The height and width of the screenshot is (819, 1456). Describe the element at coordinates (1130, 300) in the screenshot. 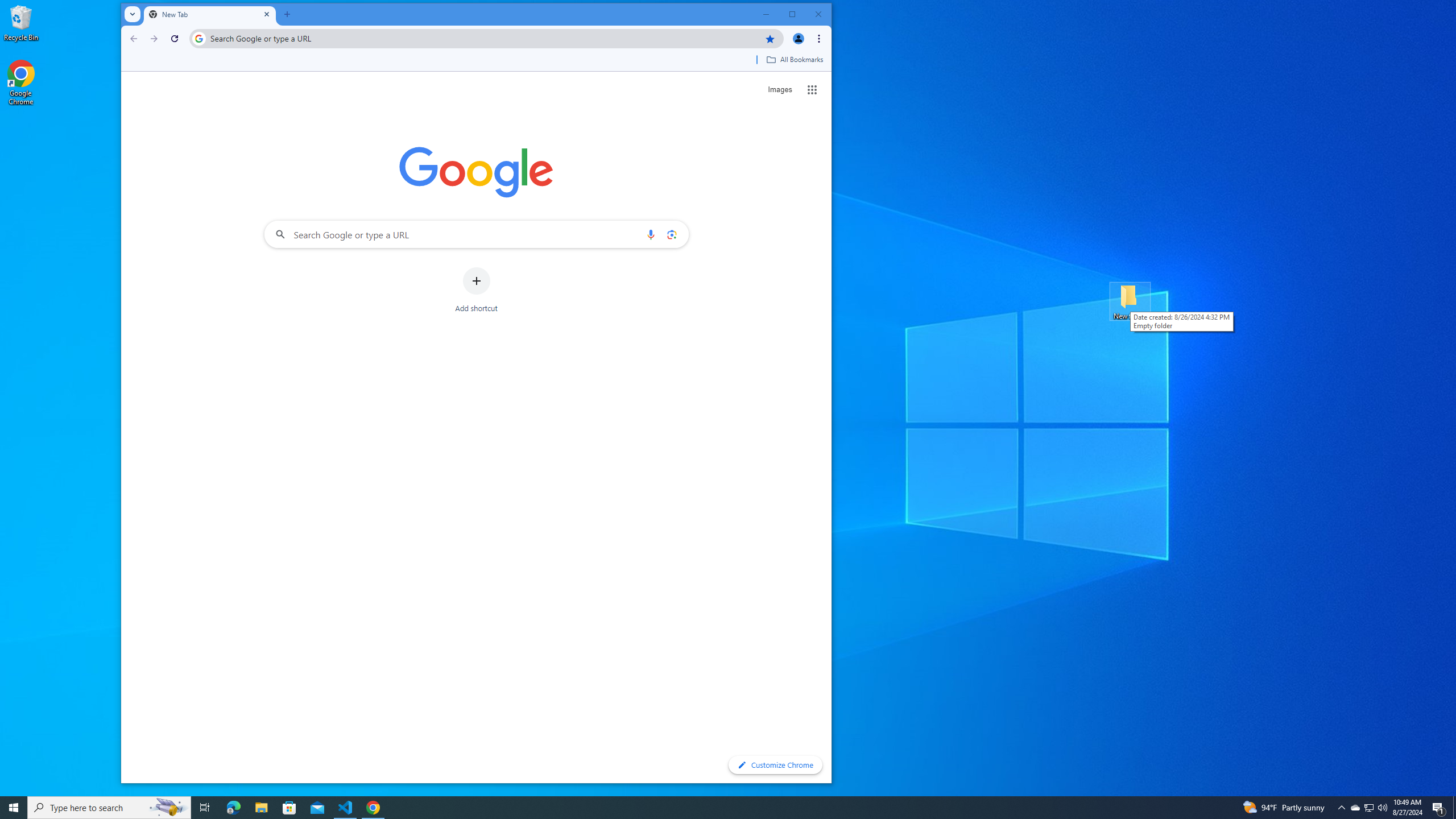

I see `'New folder'` at that location.